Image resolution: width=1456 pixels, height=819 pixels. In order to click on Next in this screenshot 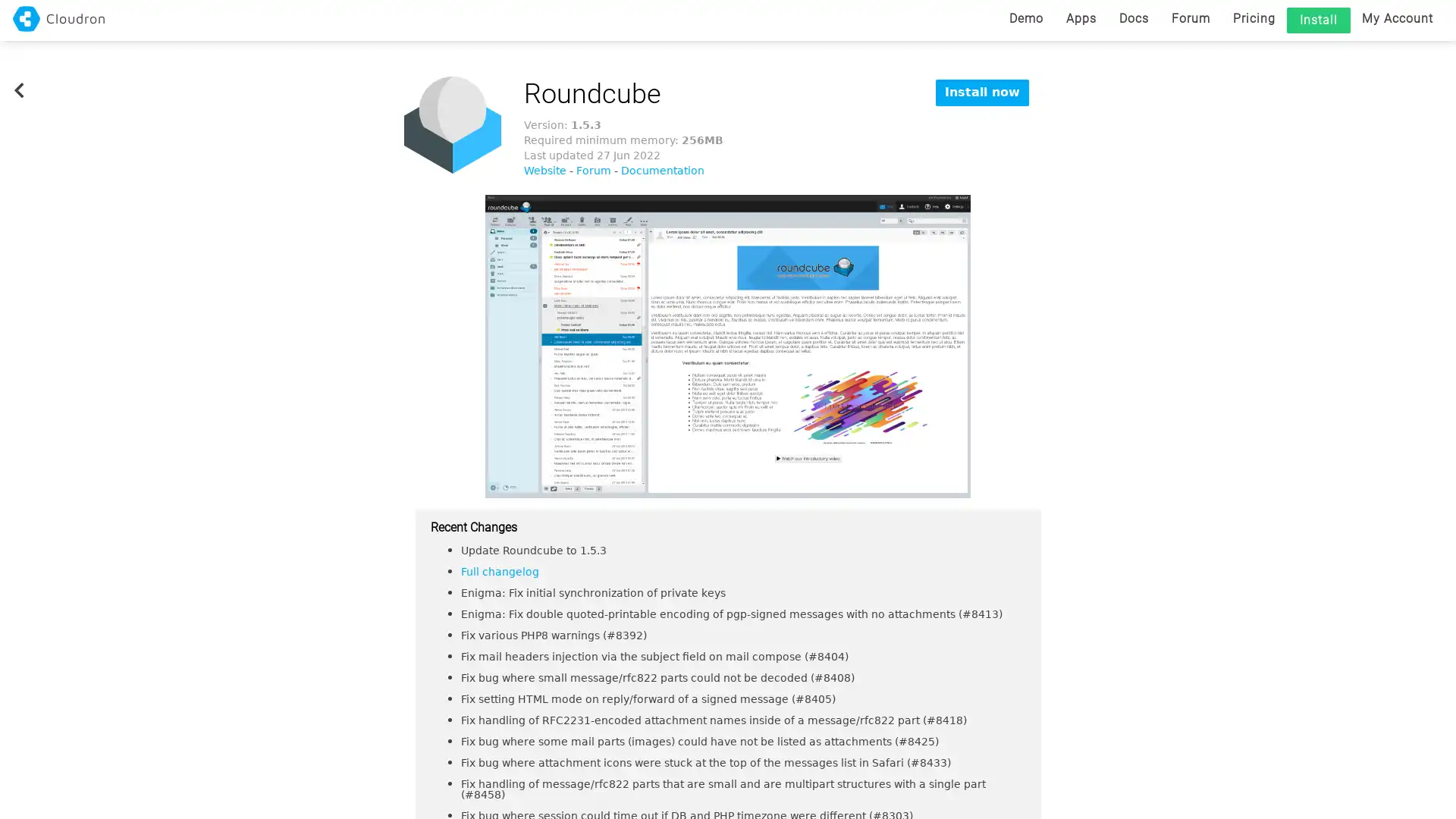, I will do `click(1041, 346)`.